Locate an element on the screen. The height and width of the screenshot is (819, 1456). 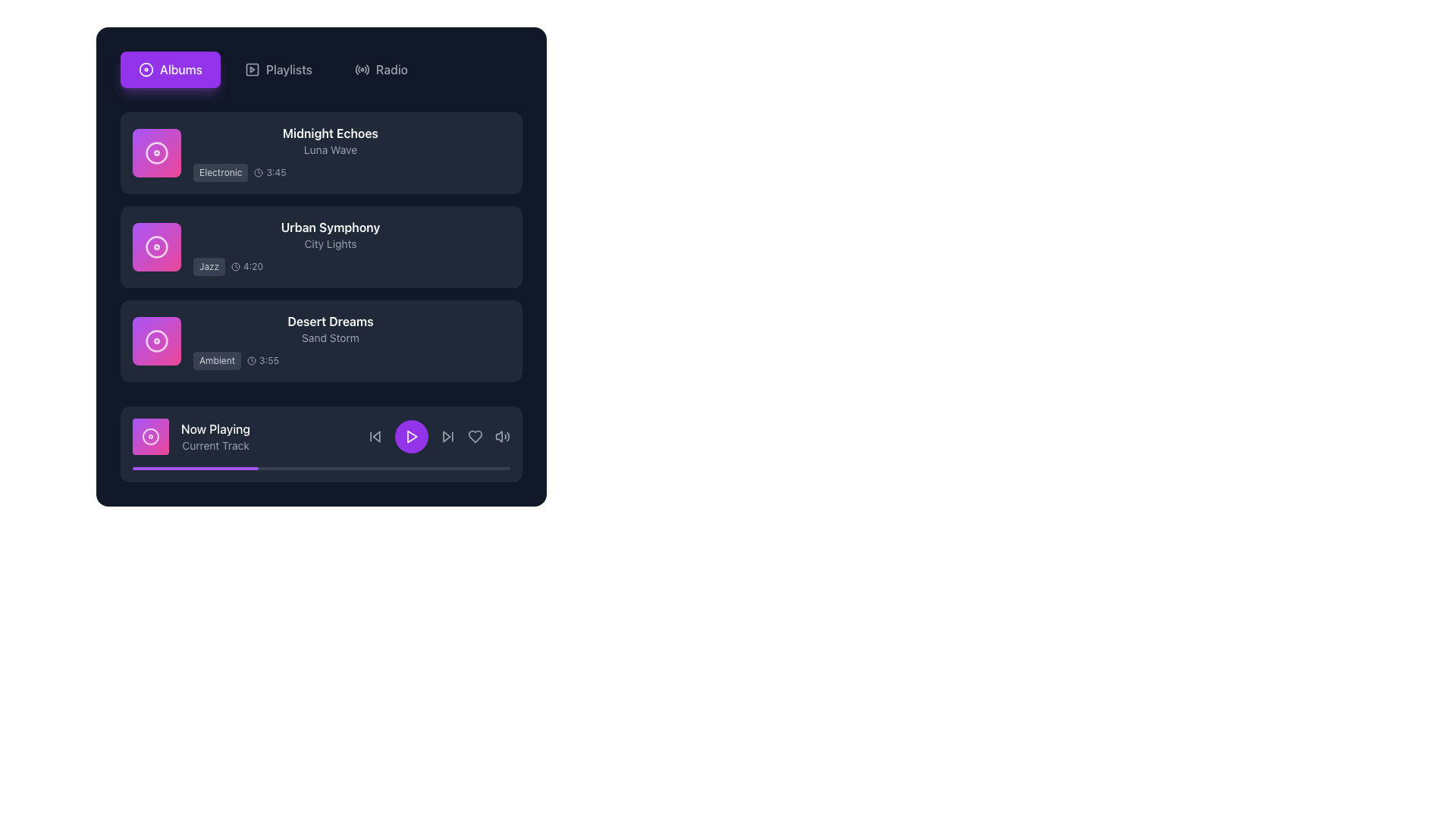
the skip track icon button located in the bottom control panel of the music player interface to change its color is located at coordinates (447, 436).